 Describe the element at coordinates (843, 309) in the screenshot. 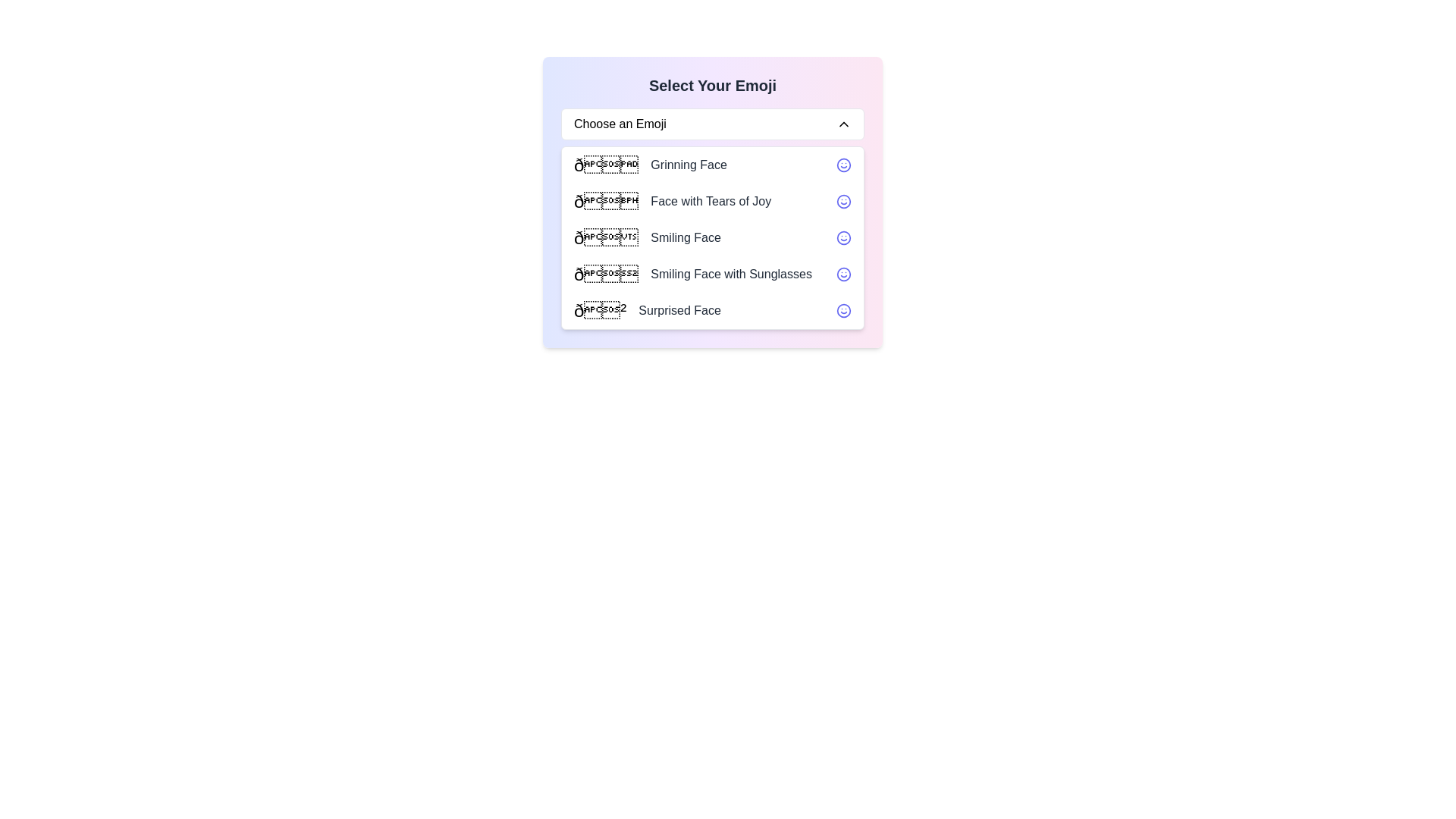

I see `the smiling face icon, which is a blue circular icon located in the far-right section of the fifth row in the emoji selection list labeled 'Surprised Face'` at that location.